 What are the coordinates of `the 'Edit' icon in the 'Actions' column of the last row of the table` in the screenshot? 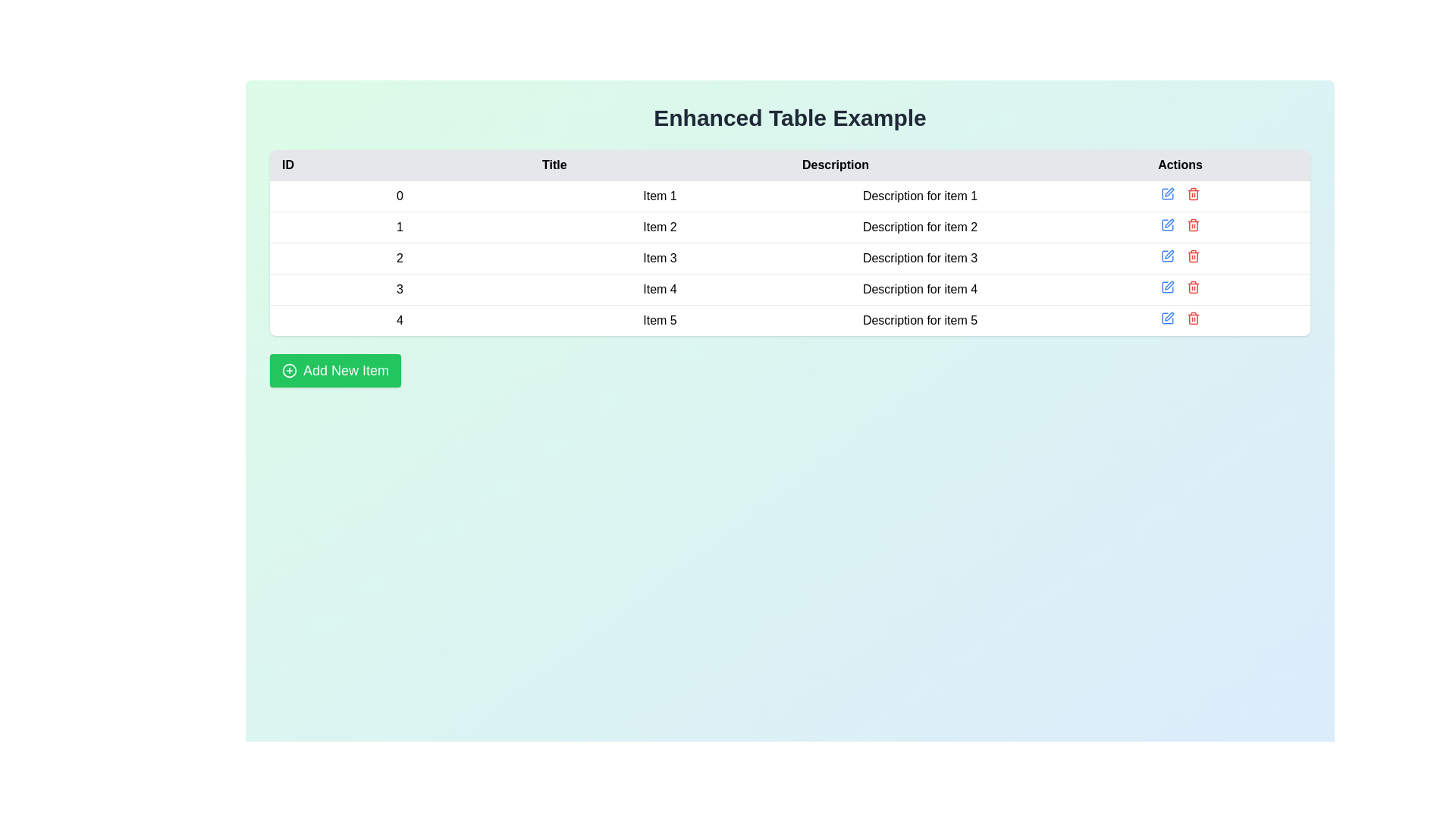 It's located at (1166, 318).